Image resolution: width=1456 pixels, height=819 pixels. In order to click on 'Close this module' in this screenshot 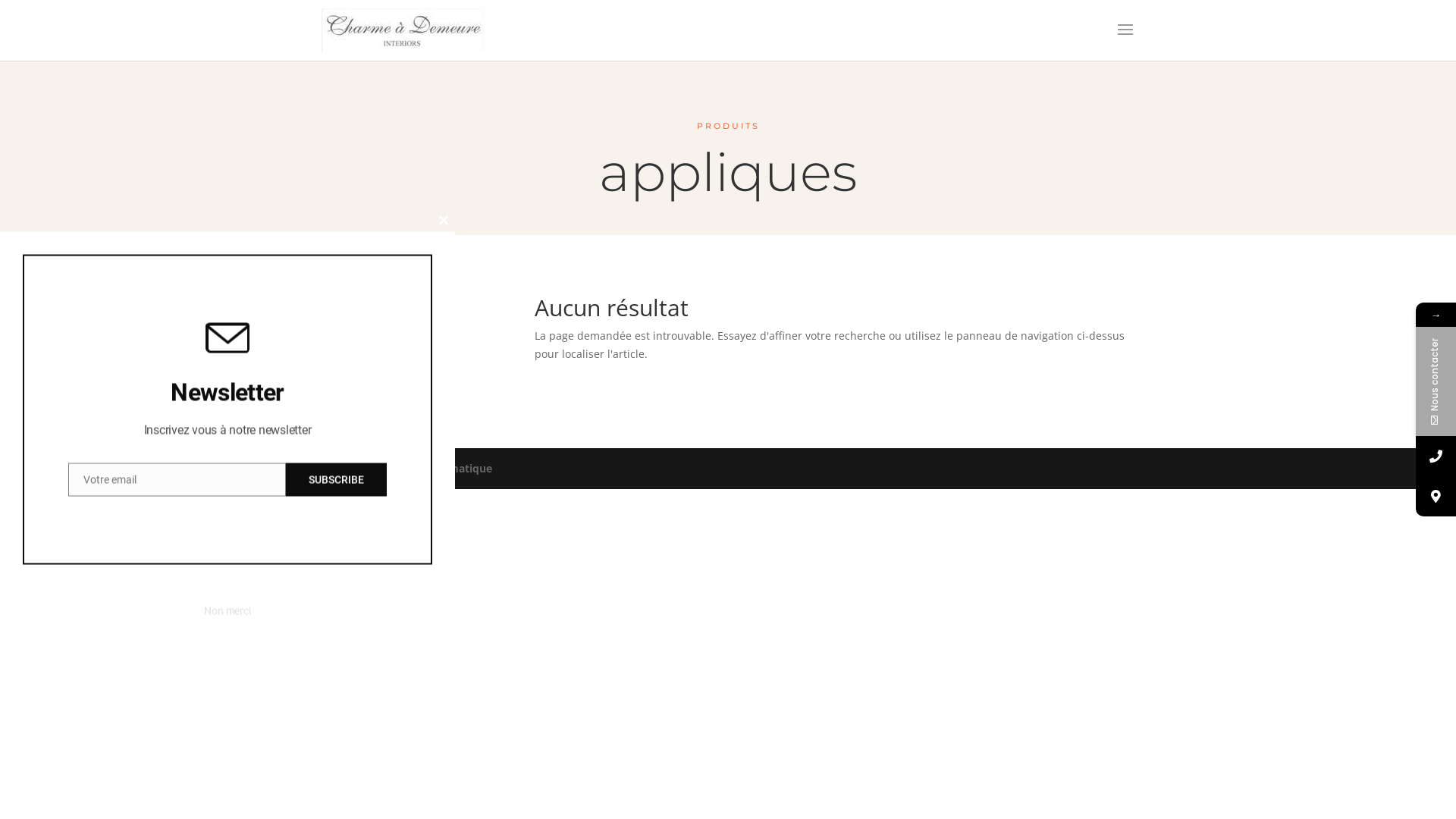, I will do `click(431, 220)`.